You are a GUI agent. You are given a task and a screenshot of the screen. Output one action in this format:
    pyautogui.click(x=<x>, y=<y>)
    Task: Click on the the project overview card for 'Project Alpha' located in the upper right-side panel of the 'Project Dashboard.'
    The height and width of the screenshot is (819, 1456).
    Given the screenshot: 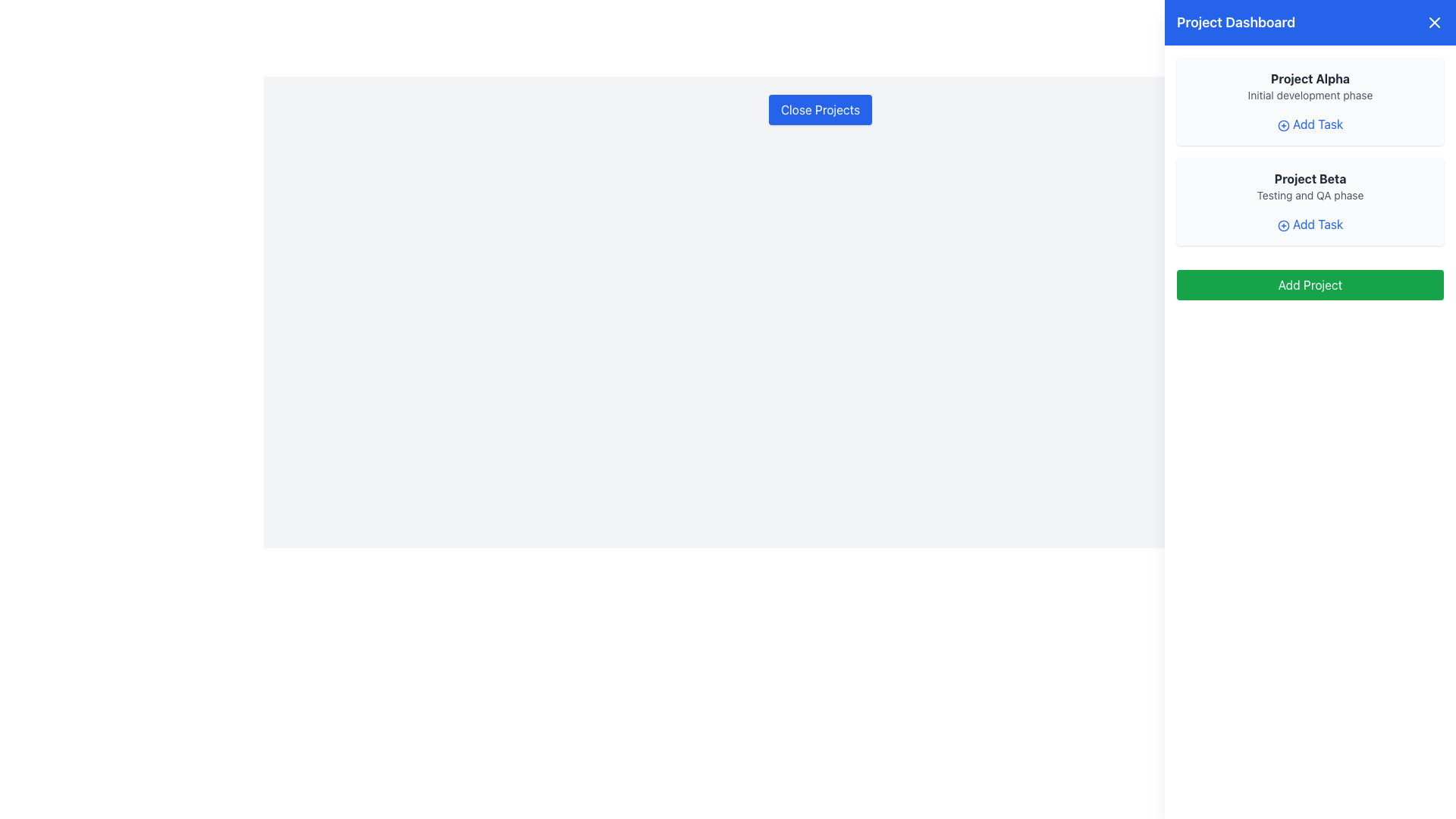 What is the action you would take?
    pyautogui.click(x=1310, y=102)
    